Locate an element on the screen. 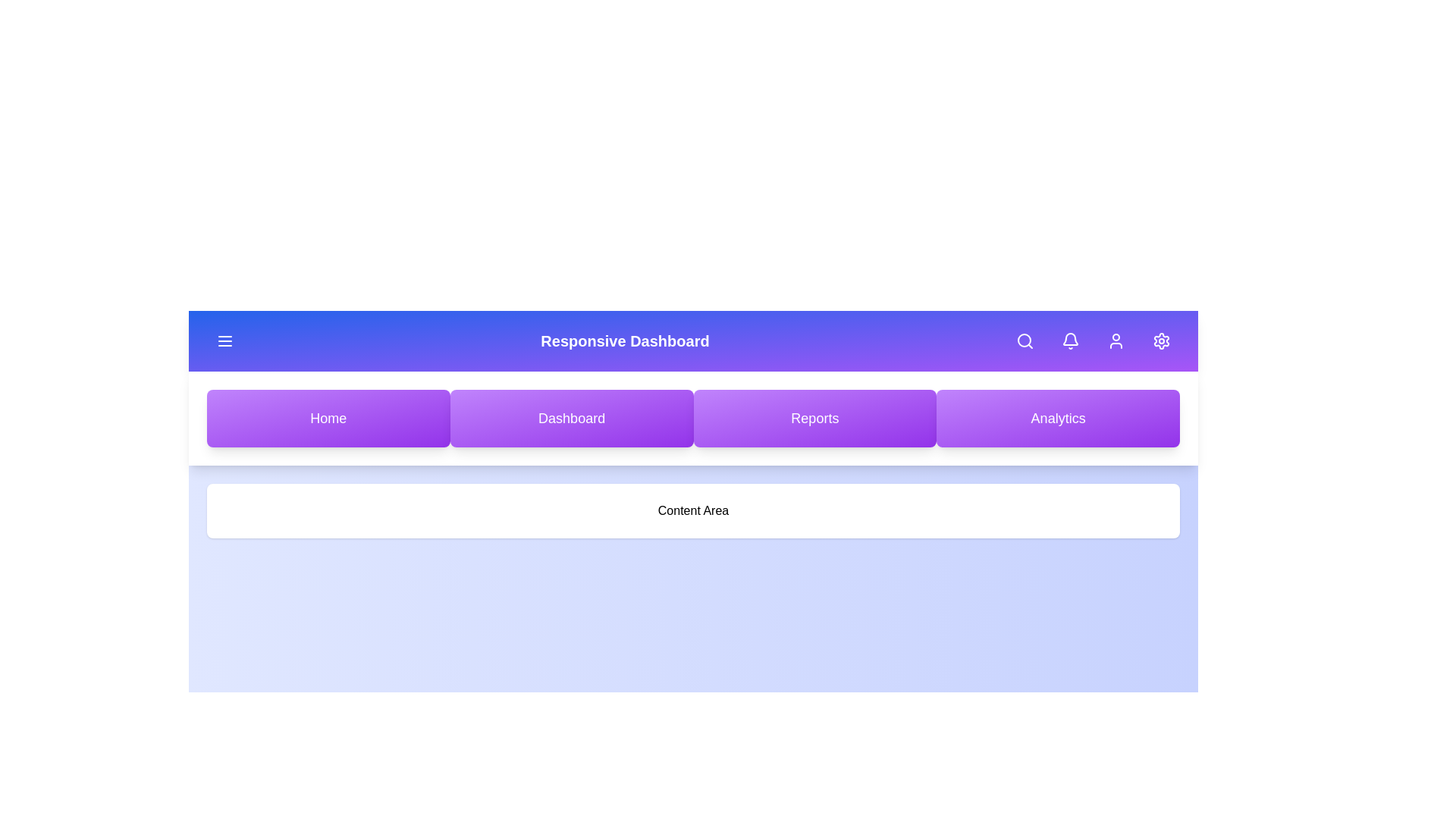  the Dashboard button to navigate to the respective section is located at coordinates (571, 418).